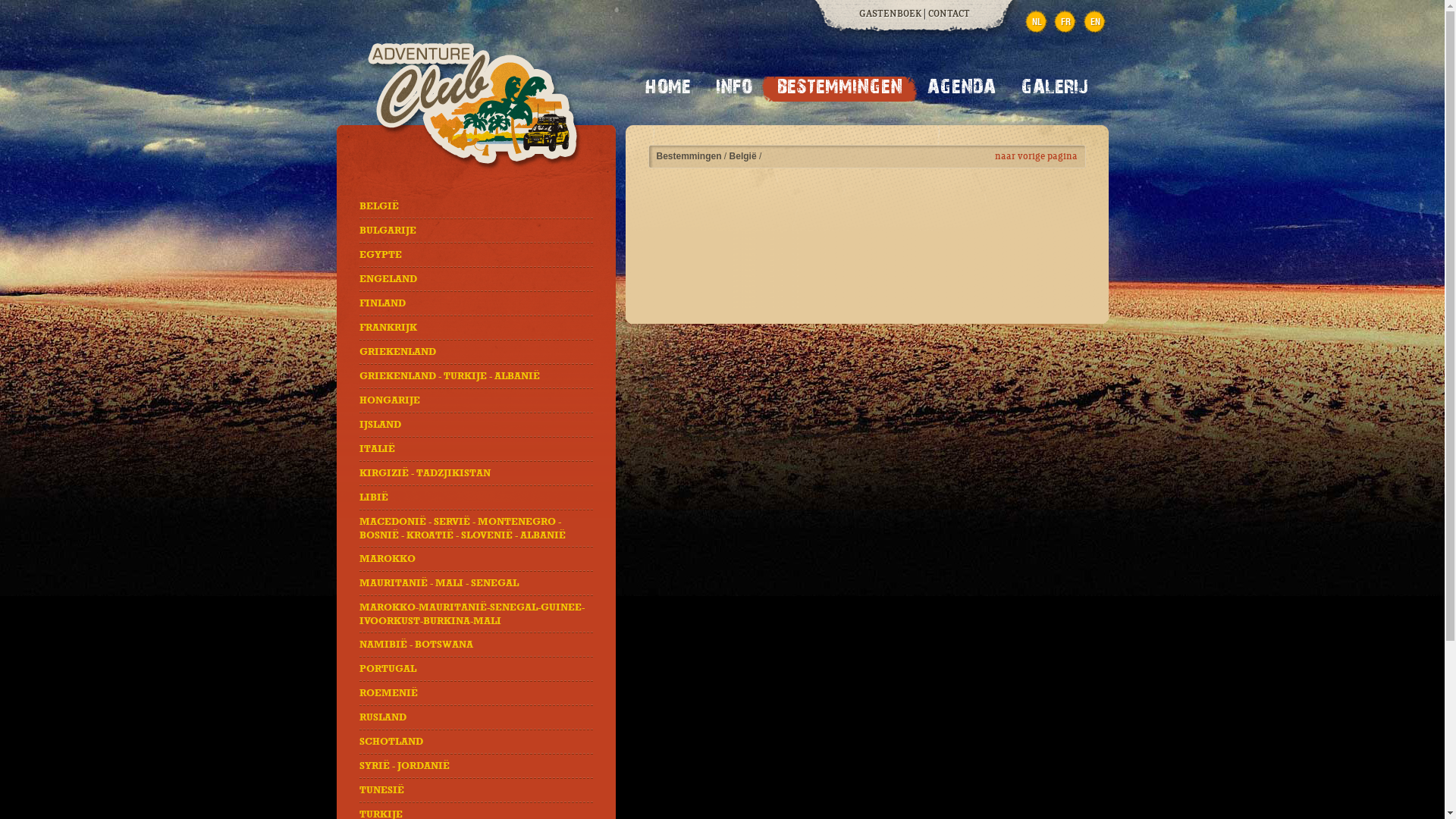 Image resolution: width=1456 pixels, height=819 pixels. Describe the element at coordinates (1036, 22) in the screenshot. I see `'NL'` at that location.